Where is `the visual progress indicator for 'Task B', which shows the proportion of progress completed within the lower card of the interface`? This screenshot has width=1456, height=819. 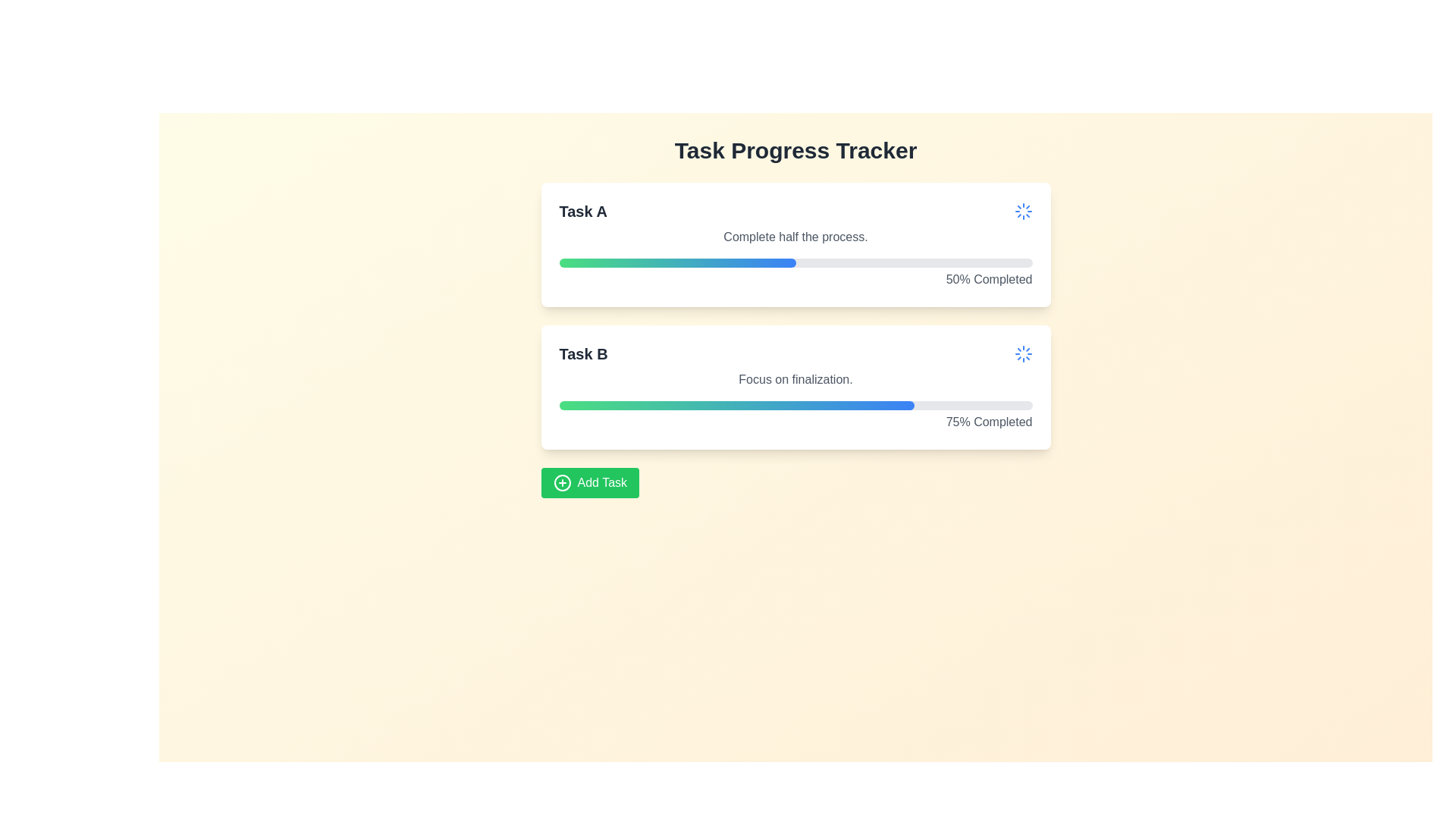
the visual progress indicator for 'Task B', which shows the proportion of progress completed within the lower card of the interface is located at coordinates (736, 405).